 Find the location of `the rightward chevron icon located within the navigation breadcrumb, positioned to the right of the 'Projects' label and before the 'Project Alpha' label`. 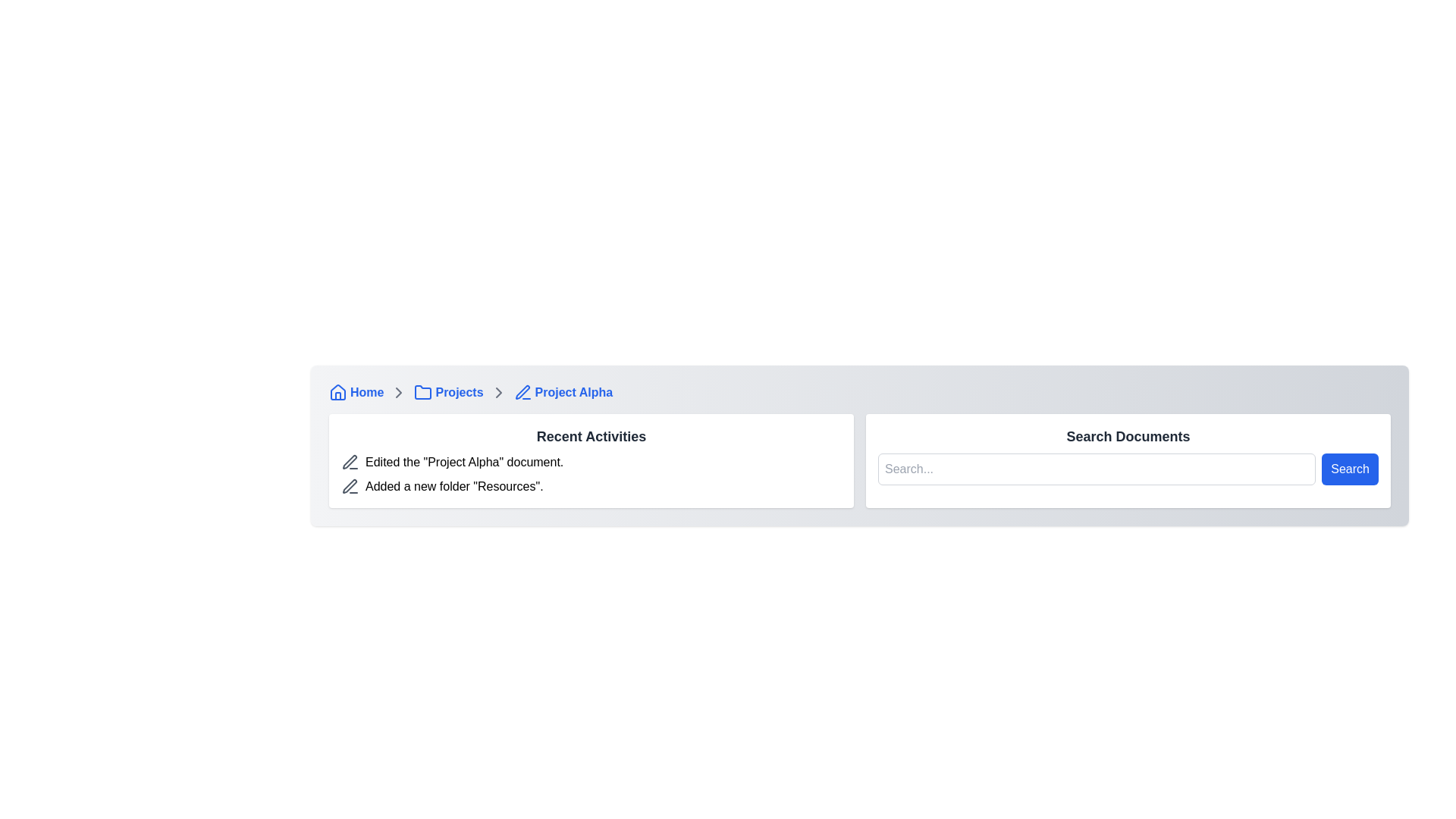

the rightward chevron icon located within the navigation breadcrumb, positioned to the right of the 'Projects' label and before the 'Project Alpha' label is located at coordinates (399, 391).